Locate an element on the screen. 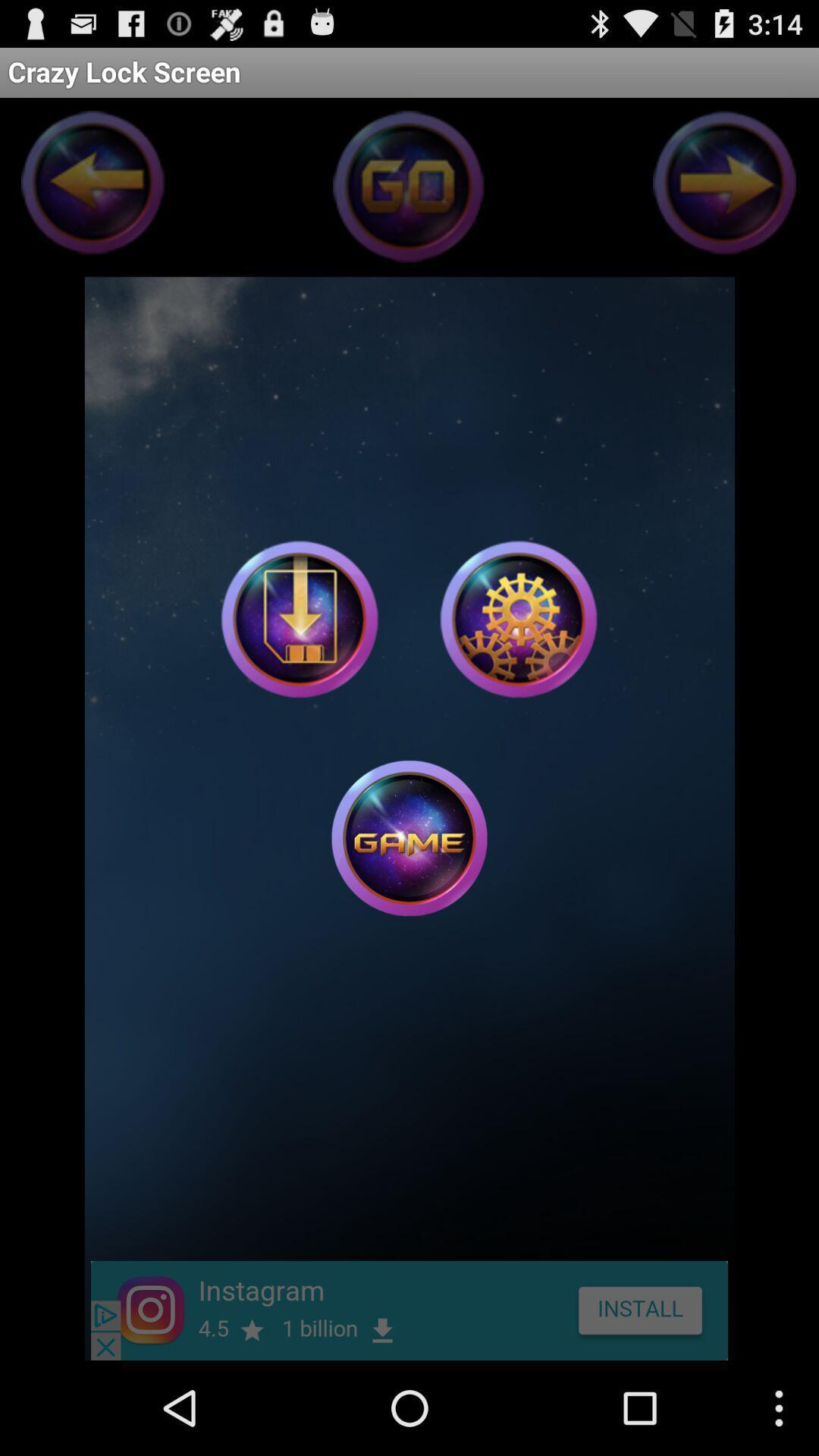 The image size is (819, 1456). settings is located at coordinates (517, 619).